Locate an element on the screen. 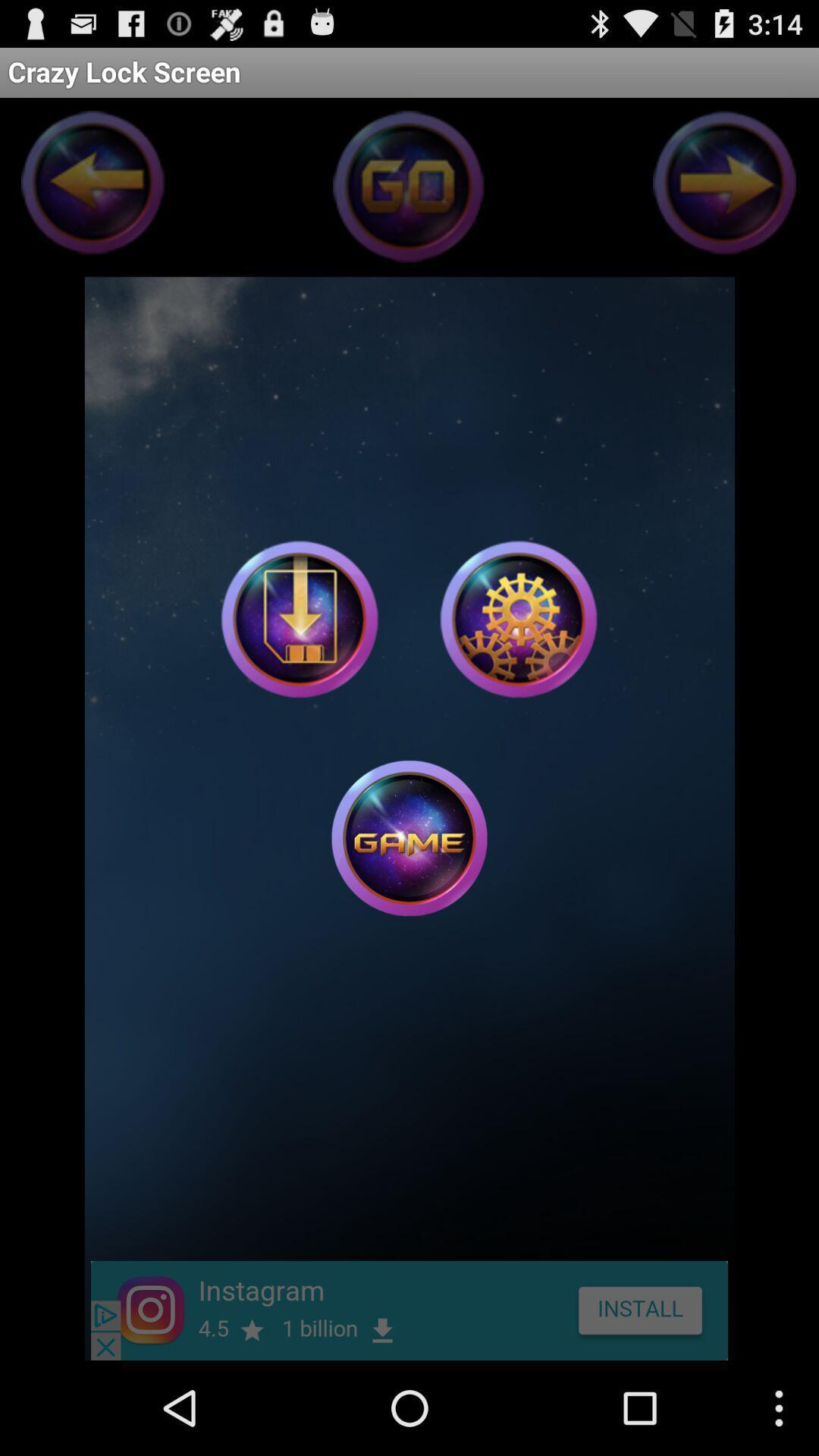 The image size is (819, 1456). settings is located at coordinates (517, 619).